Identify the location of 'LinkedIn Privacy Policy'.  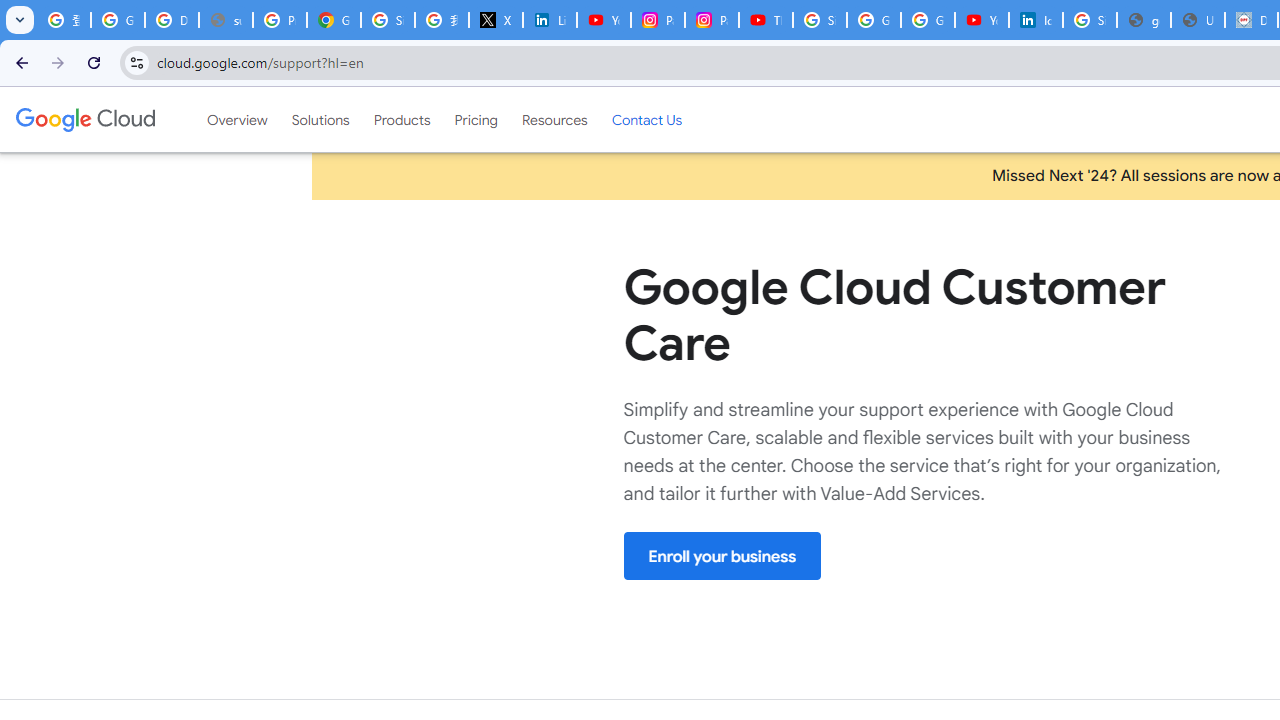
(550, 20).